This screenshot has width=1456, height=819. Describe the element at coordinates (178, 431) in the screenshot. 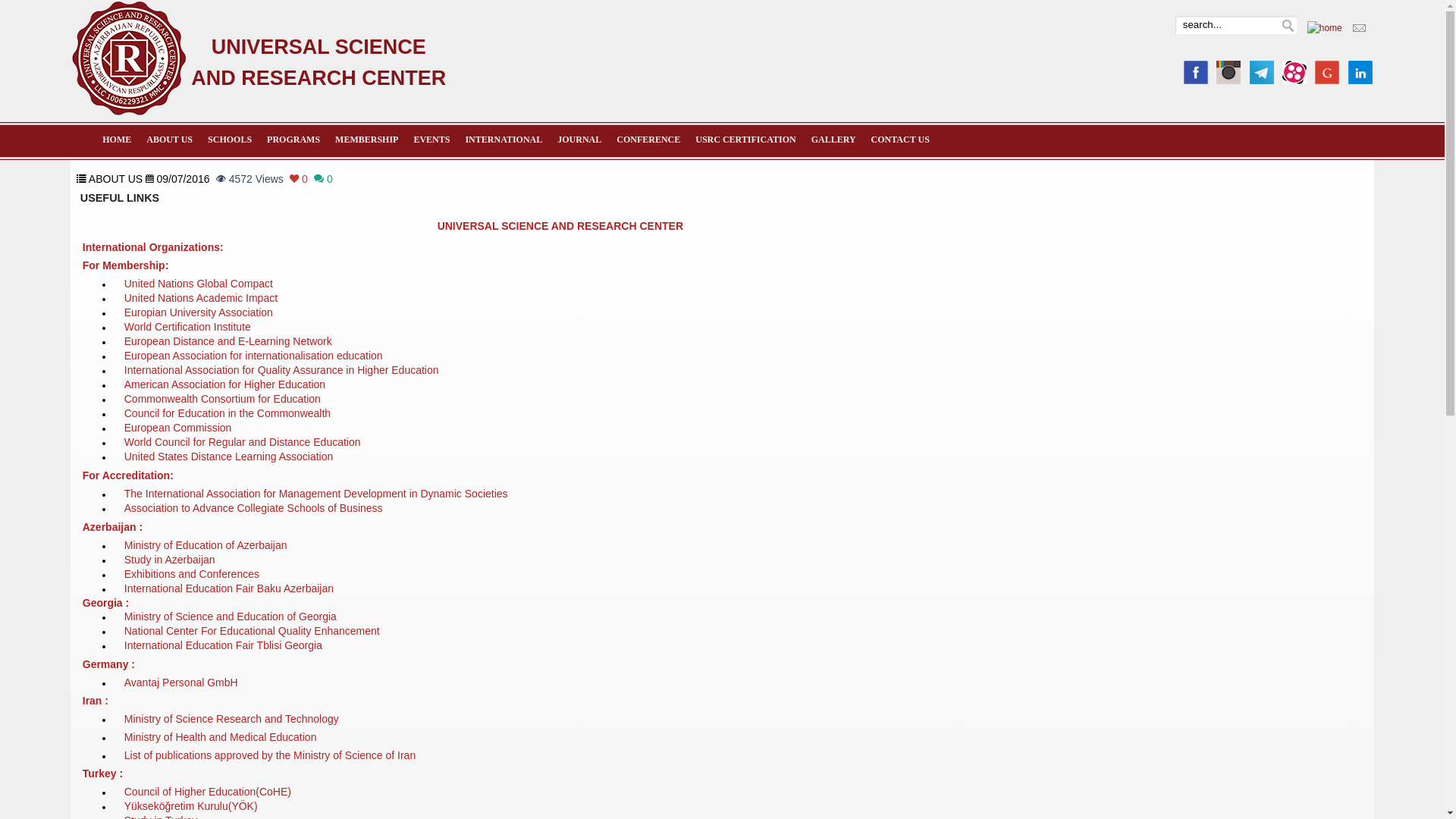

I see `'European Commission'` at that location.